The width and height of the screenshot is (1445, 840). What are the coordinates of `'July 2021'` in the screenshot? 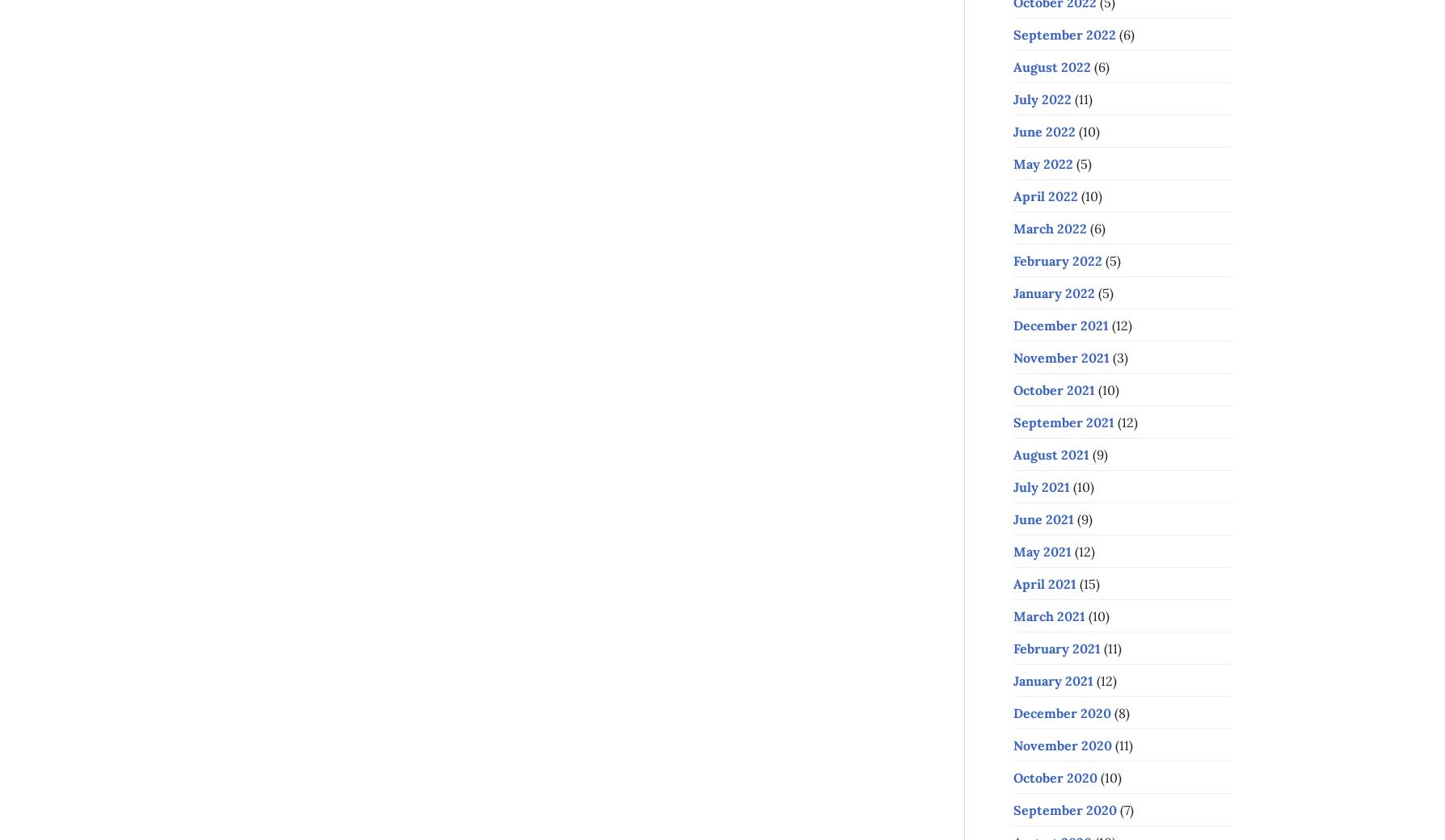 It's located at (1040, 485).